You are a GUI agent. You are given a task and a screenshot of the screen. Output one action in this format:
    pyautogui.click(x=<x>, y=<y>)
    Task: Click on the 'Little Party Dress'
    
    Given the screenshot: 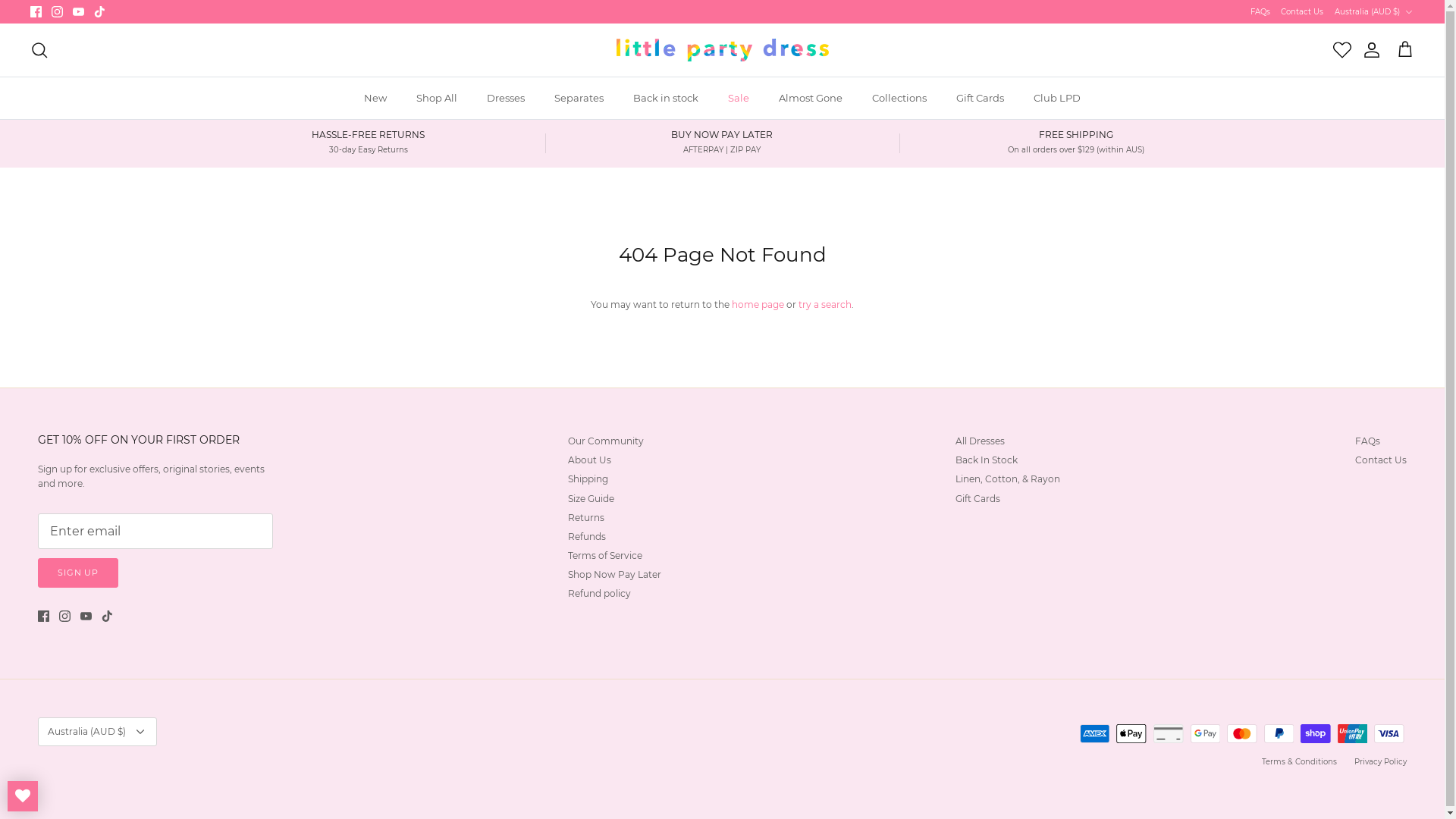 What is the action you would take?
    pyautogui.click(x=720, y=49)
    